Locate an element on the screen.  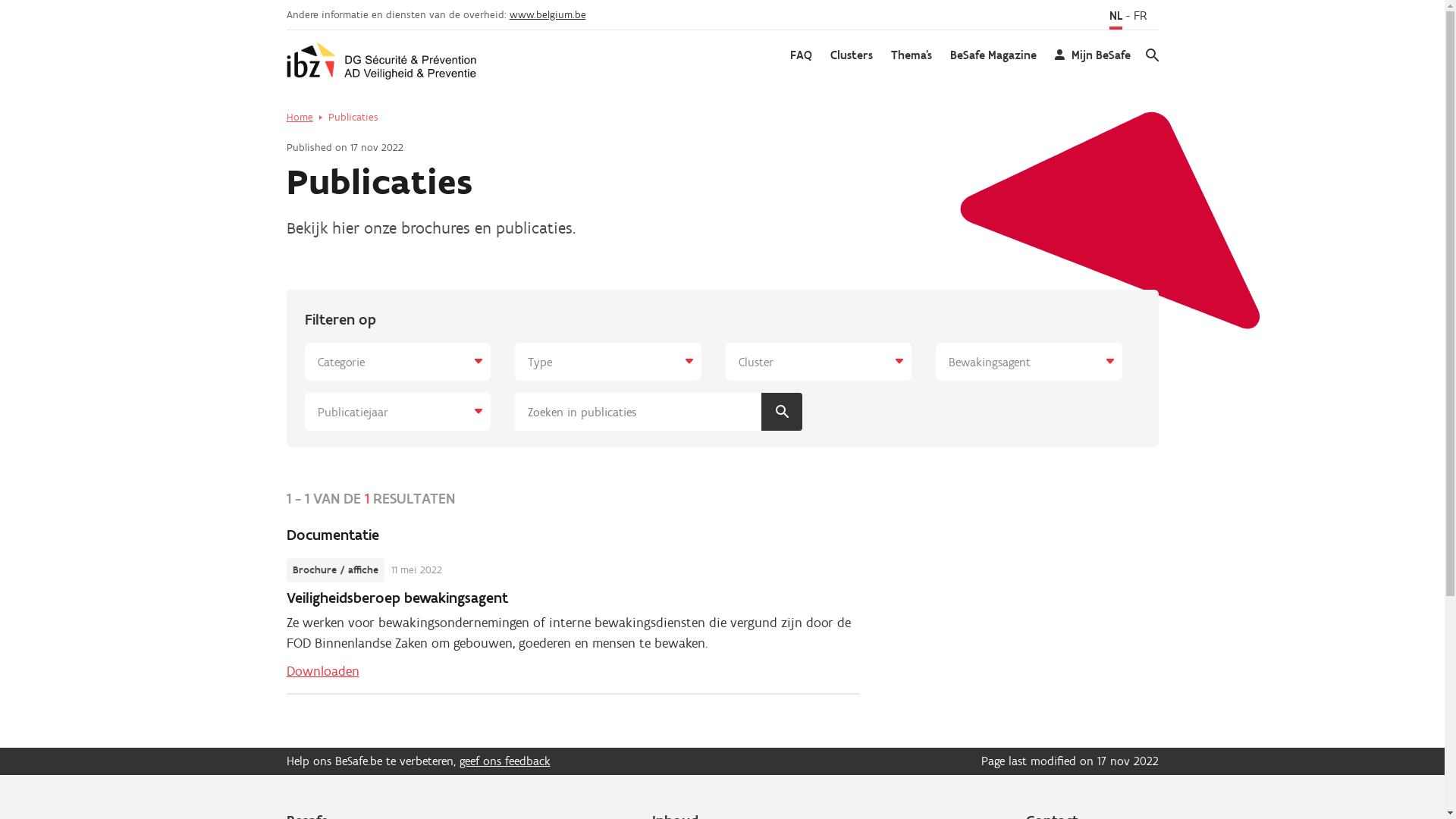
'www.belgium.be' is located at coordinates (547, 14).